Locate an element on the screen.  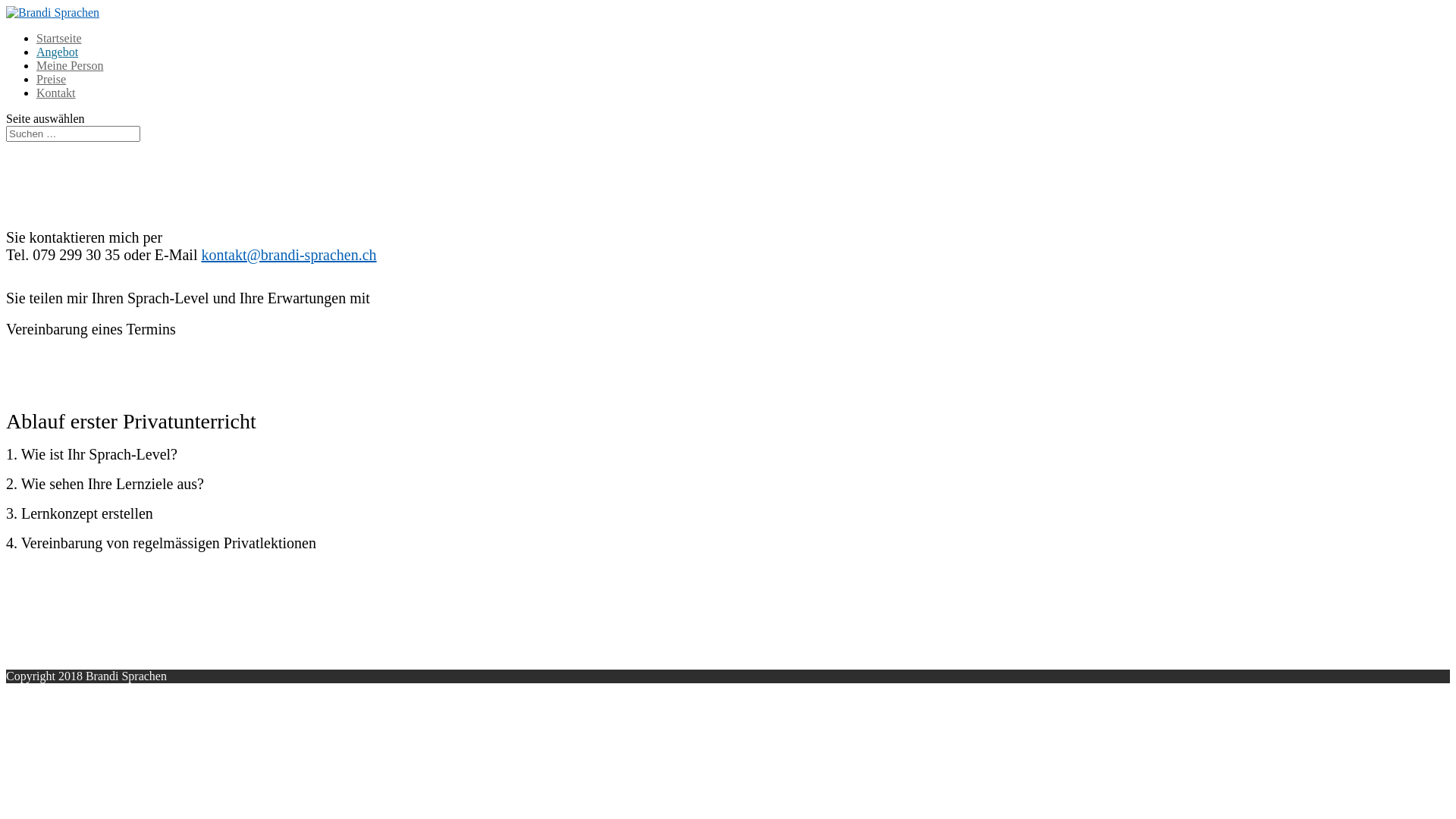
'Preise' is located at coordinates (51, 79).